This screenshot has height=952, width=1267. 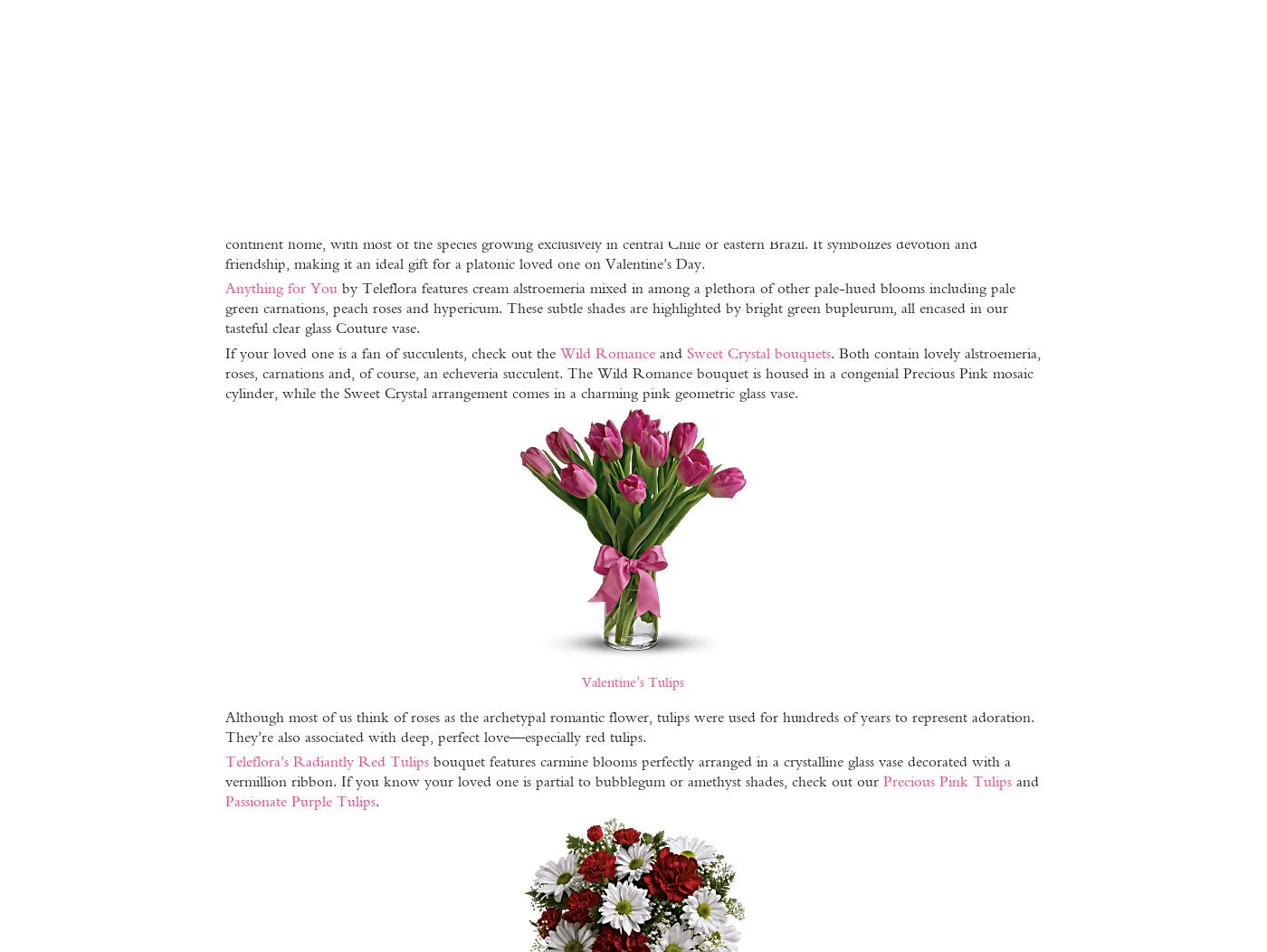 I want to click on 'Valentine’s Tulips', so click(x=633, y=681).